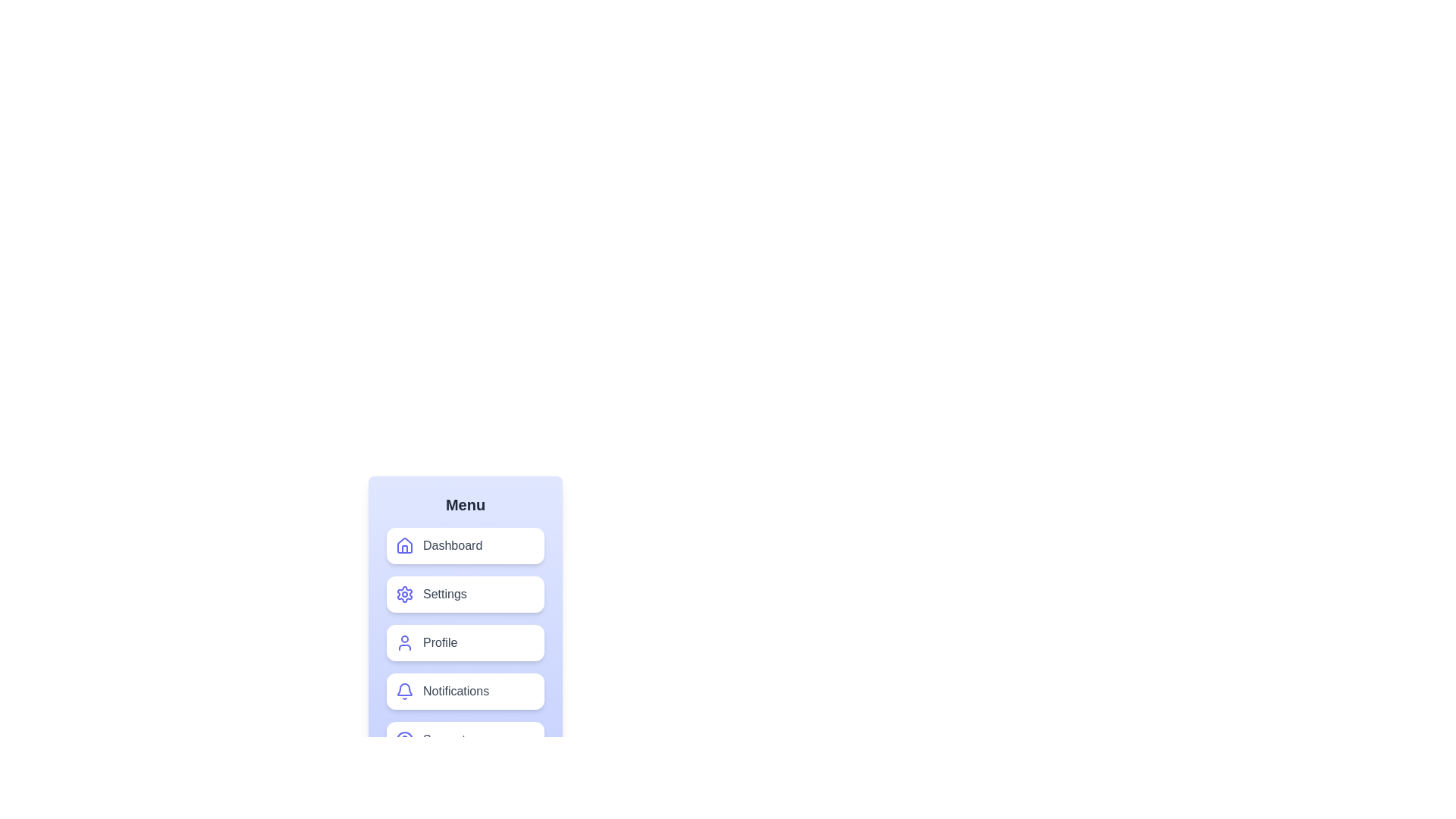 The image size is (1456, 819). I want to click on the notification bell icon located in the lower portion of the menu section, specifically within the 'Notifications' item, which is the fourth position among other menu items, so click(404, 689).